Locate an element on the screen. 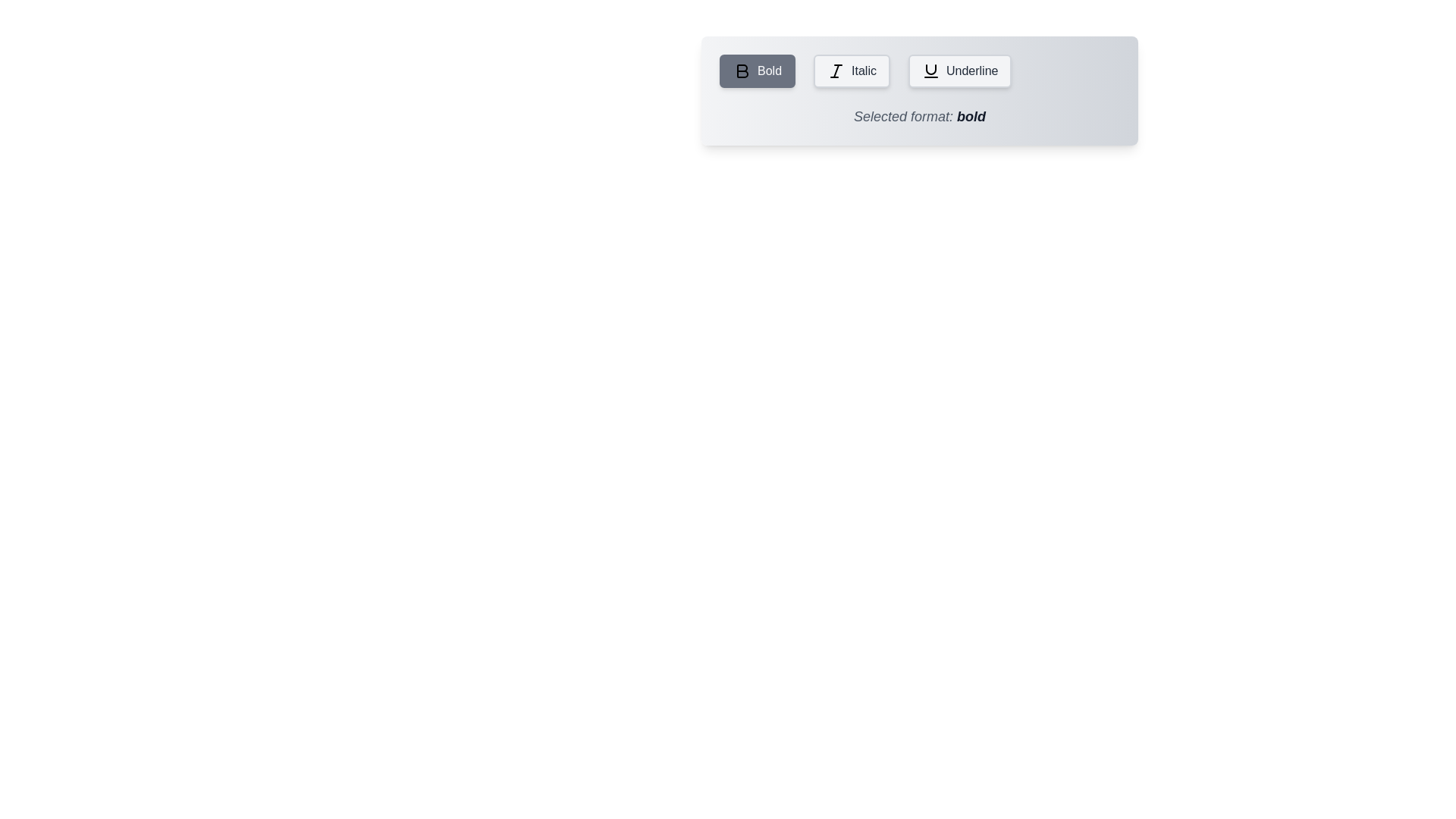 This screenshot has width=1456, height=819. the Underline button to select the corresponding text formatting option is located at coordinates (959, 71).